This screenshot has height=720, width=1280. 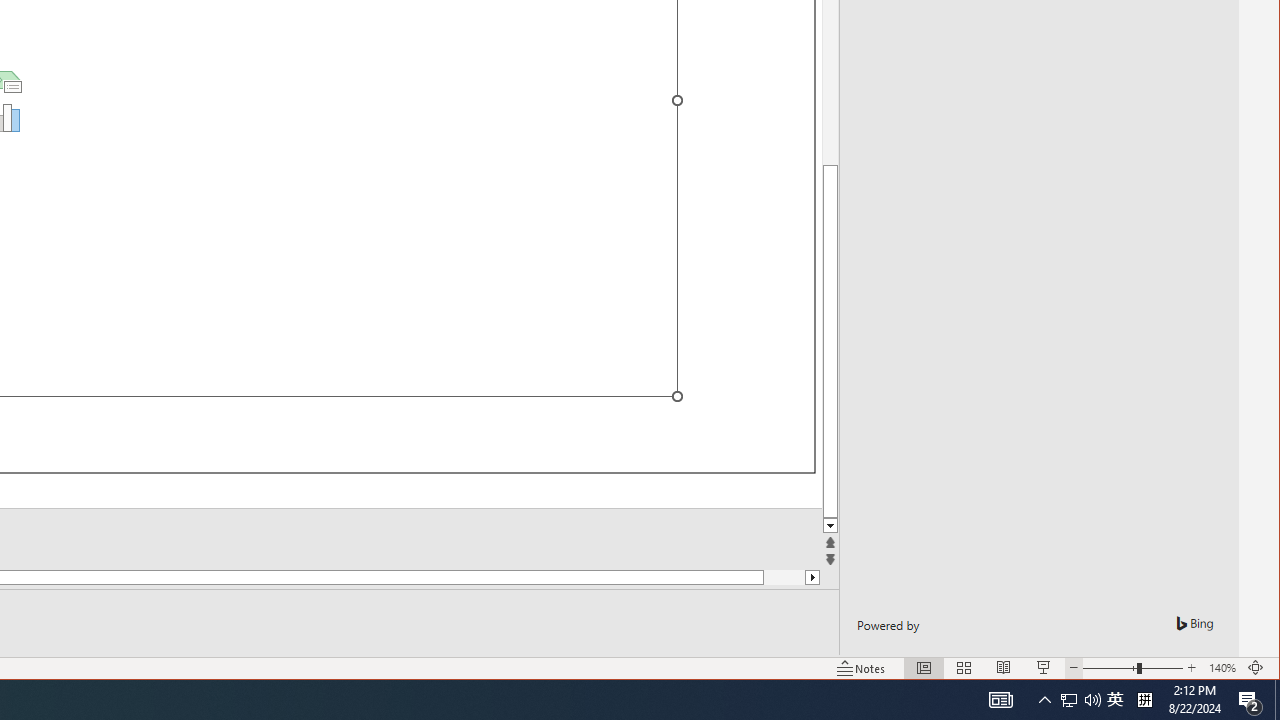 I want to click on 'User Promoted Notification Area', so click(x=1068, y=698).